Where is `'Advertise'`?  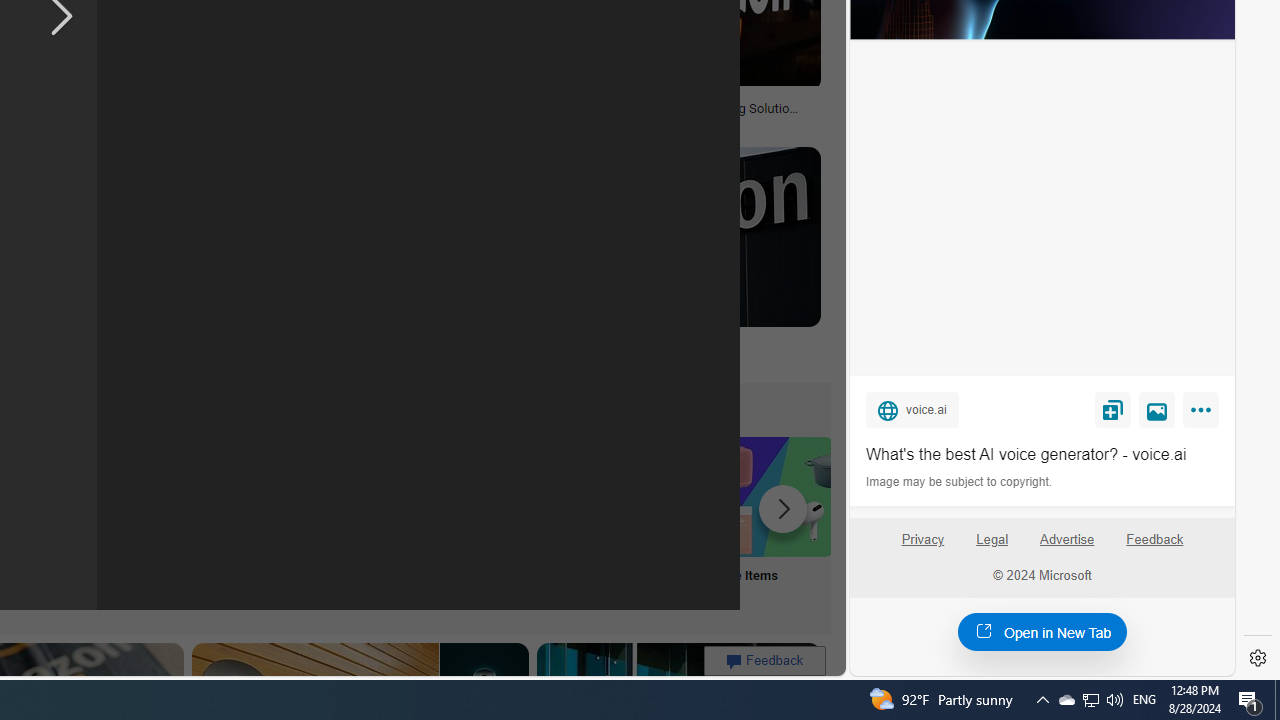
'Advertise' is located at coordinates (1066, 547).